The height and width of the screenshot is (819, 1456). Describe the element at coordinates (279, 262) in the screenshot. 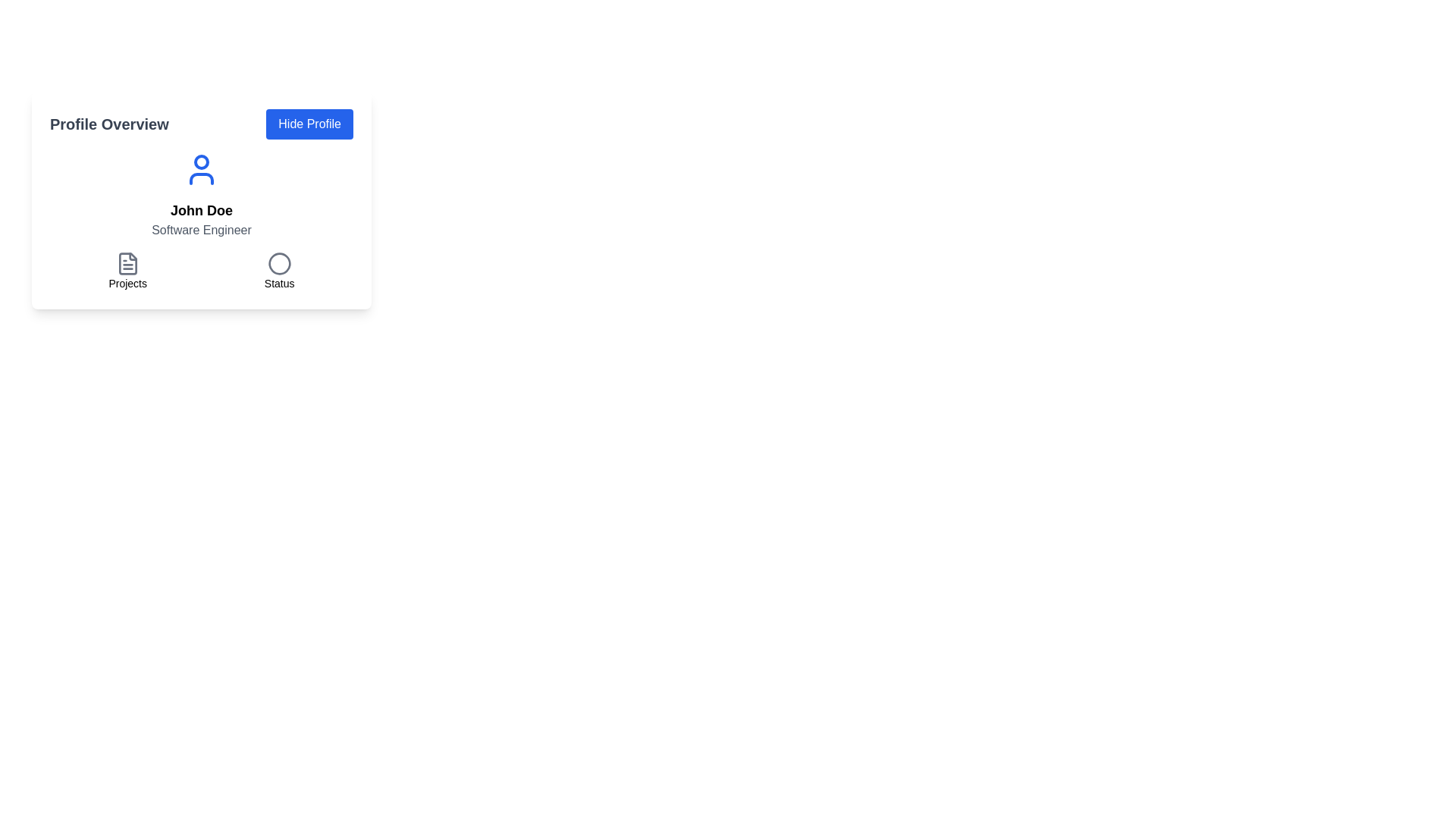

I see `the circular icon within the SVG graphic` at that location.